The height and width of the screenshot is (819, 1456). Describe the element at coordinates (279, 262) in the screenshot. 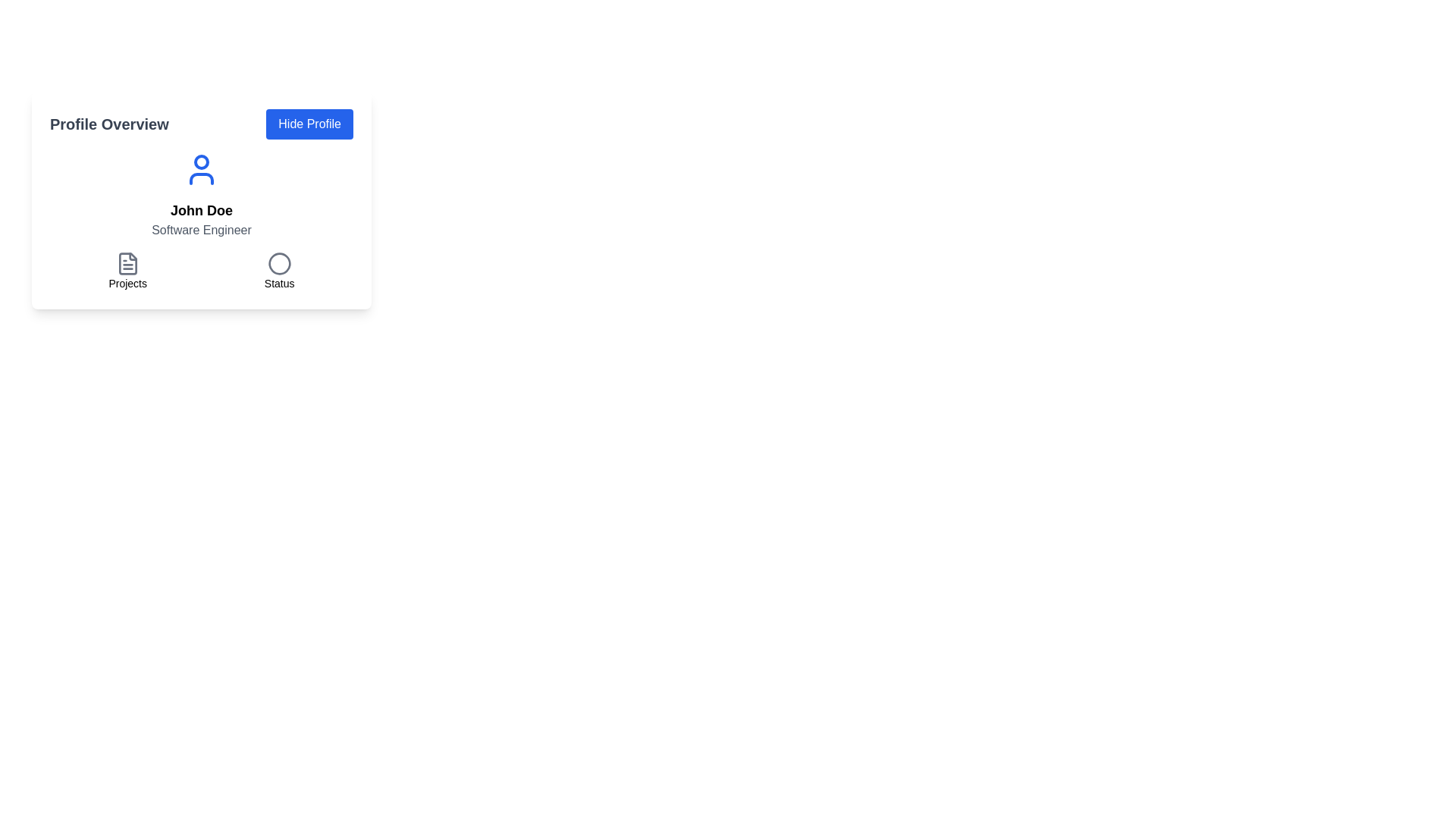

I see `the circular icon within the SVG graphic` at that location.